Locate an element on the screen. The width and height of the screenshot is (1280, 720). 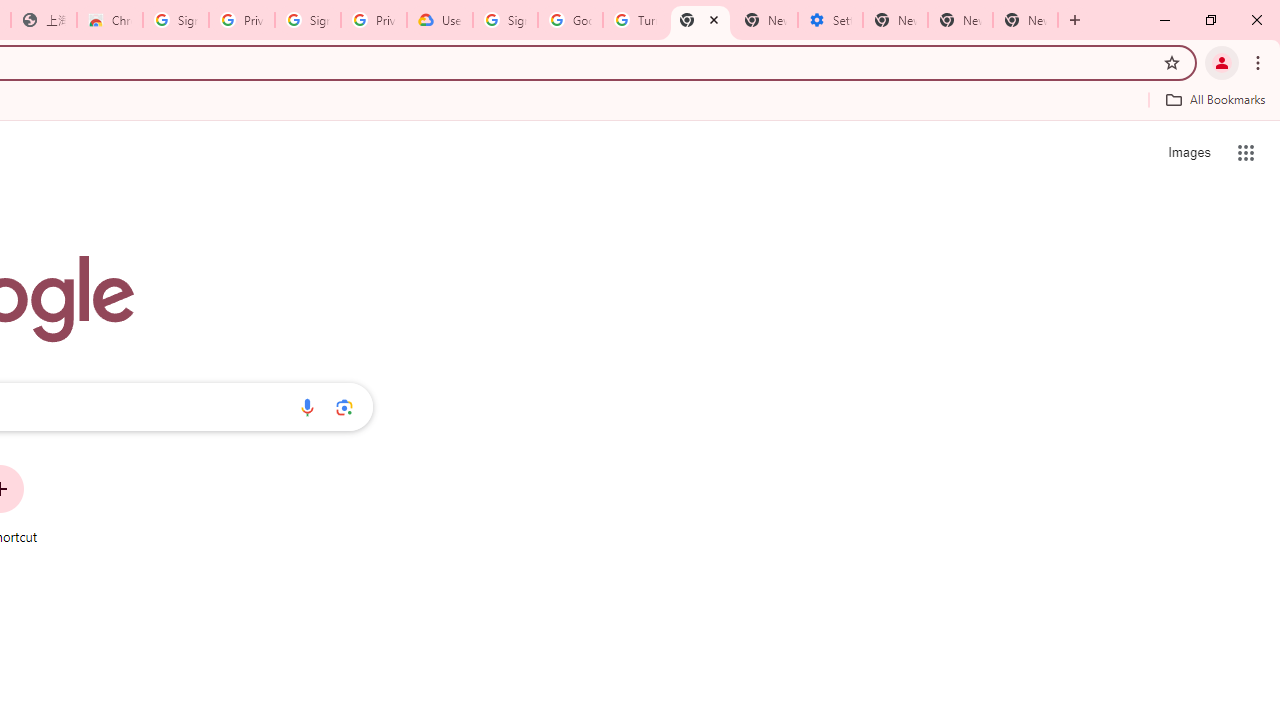
'Search by image' is located at coordinates (344, 406).